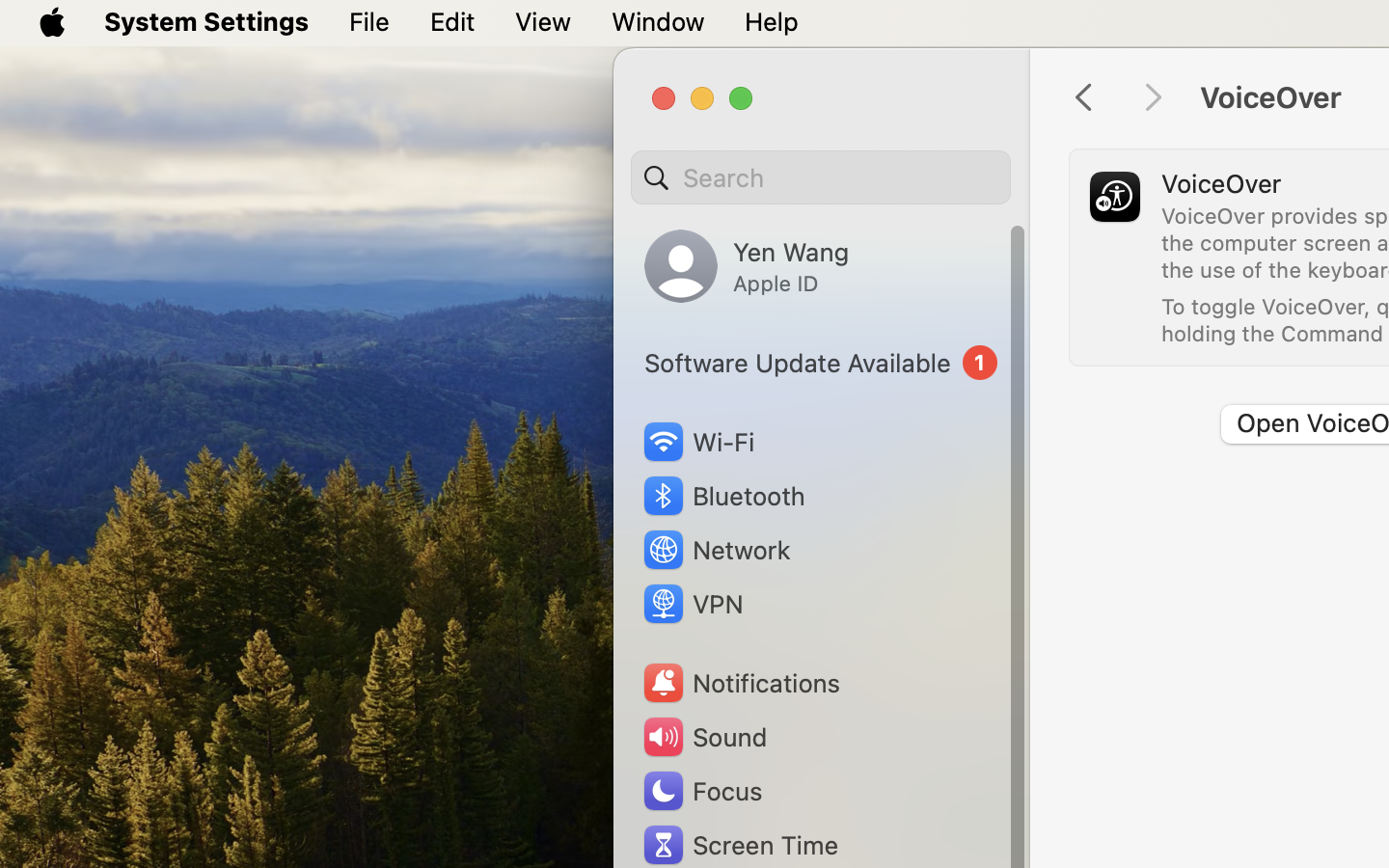  What do you see at coordinates (702, 736) in the screenshot?
I see `'Sound'` at bounding box center [702, 736].